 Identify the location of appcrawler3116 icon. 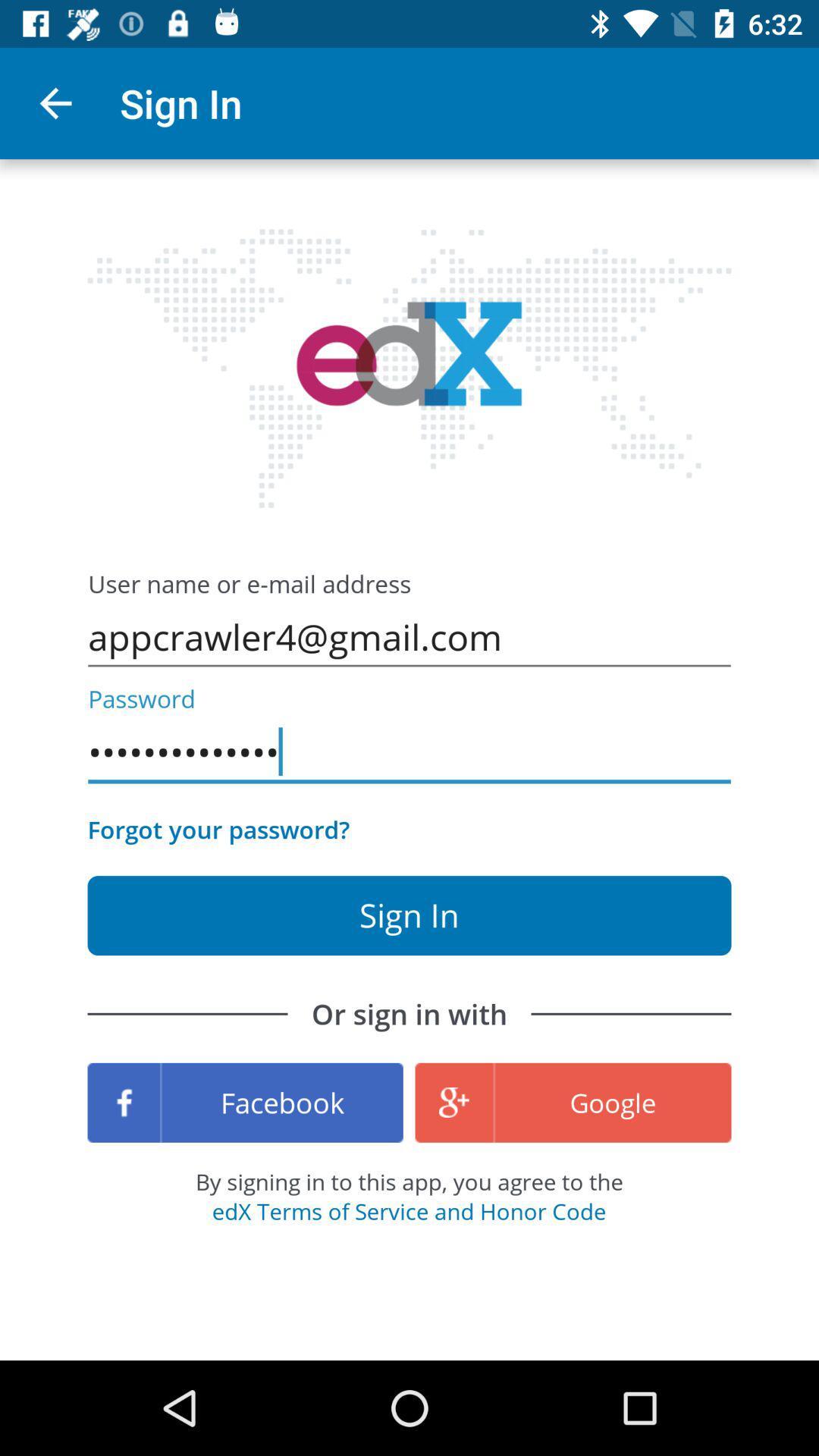
(409, 752).